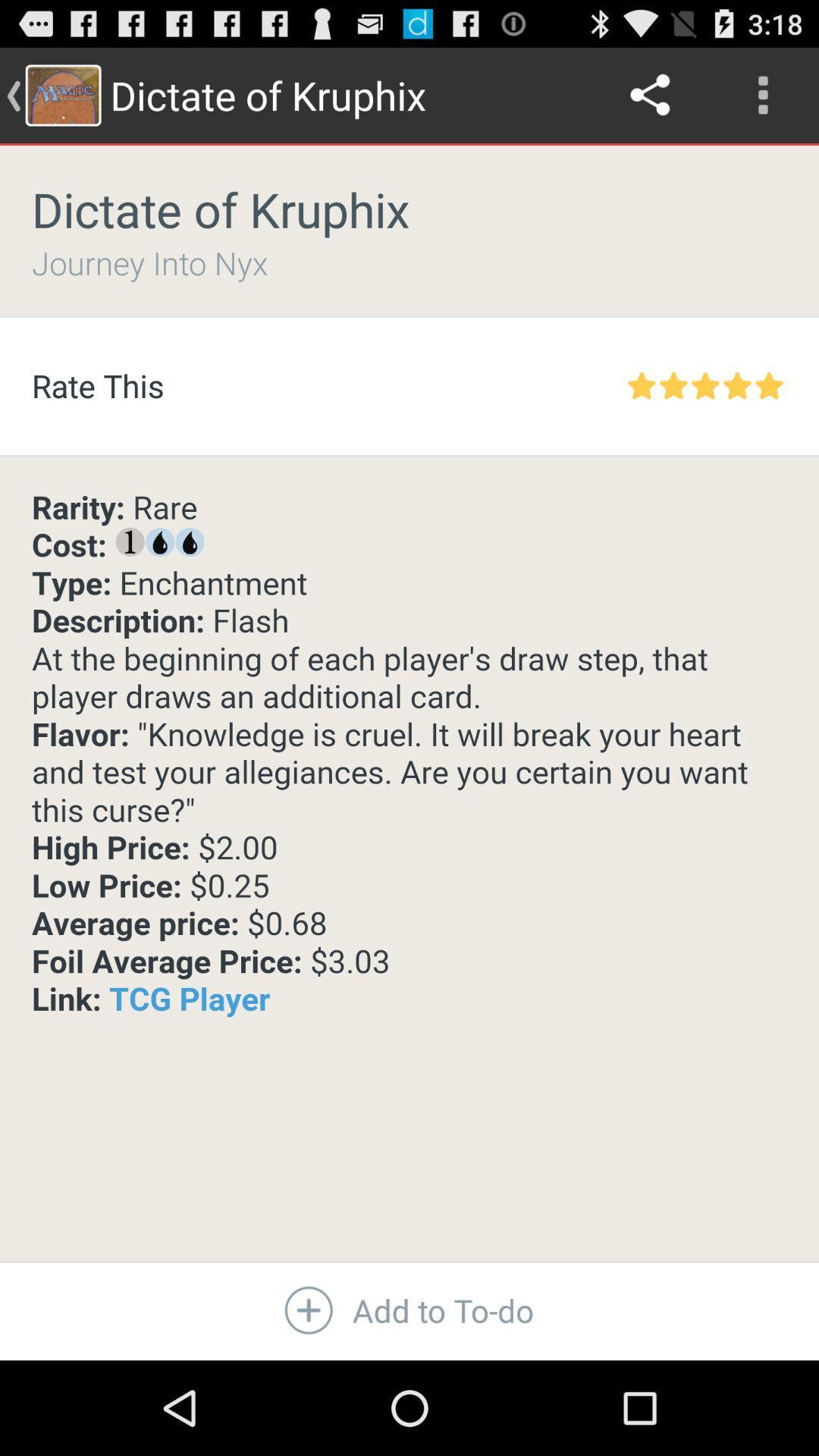  I want to click on the item next to dictate of kruphix app, so click(651, 94).